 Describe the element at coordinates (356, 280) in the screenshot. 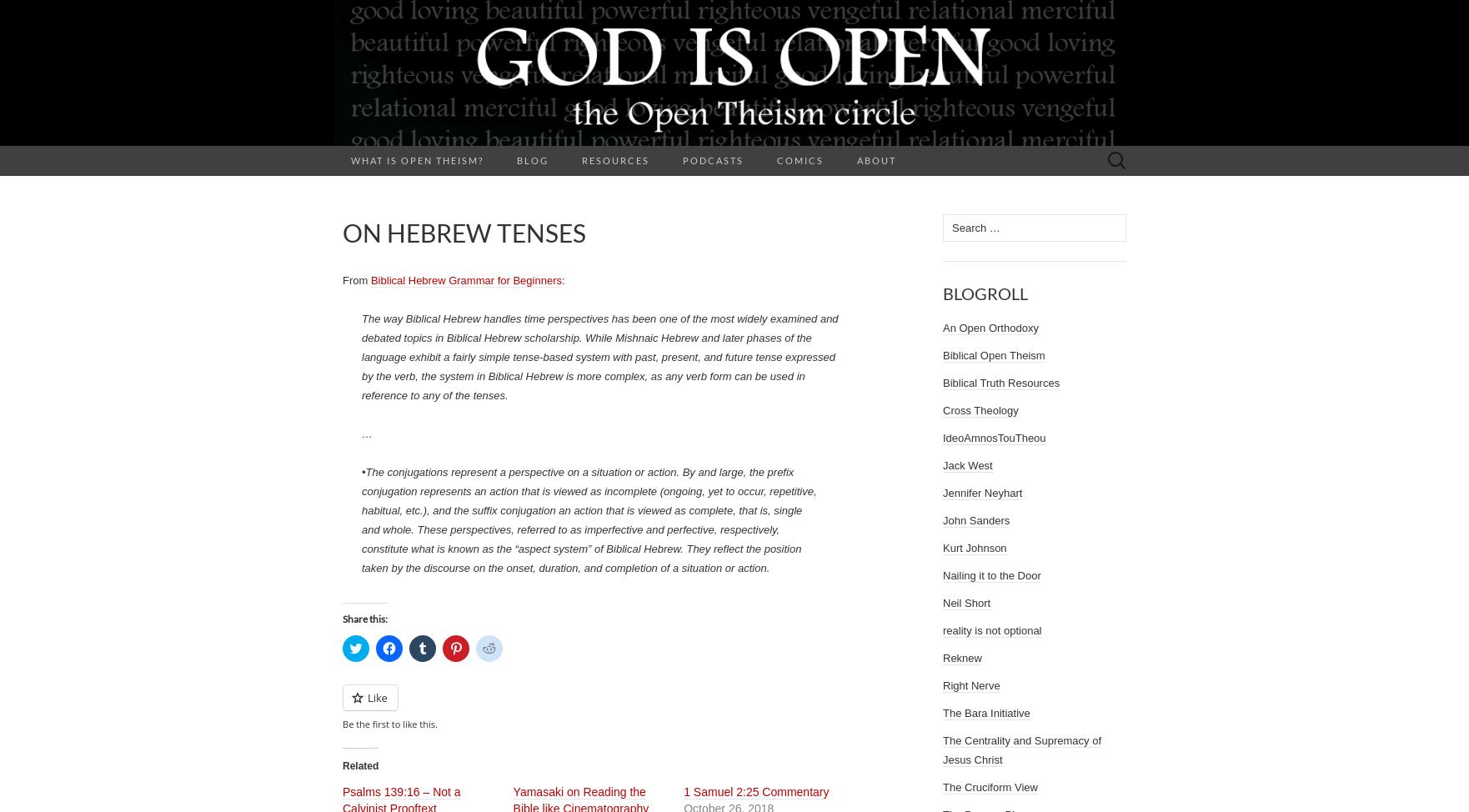

I see `'From'` at that location.